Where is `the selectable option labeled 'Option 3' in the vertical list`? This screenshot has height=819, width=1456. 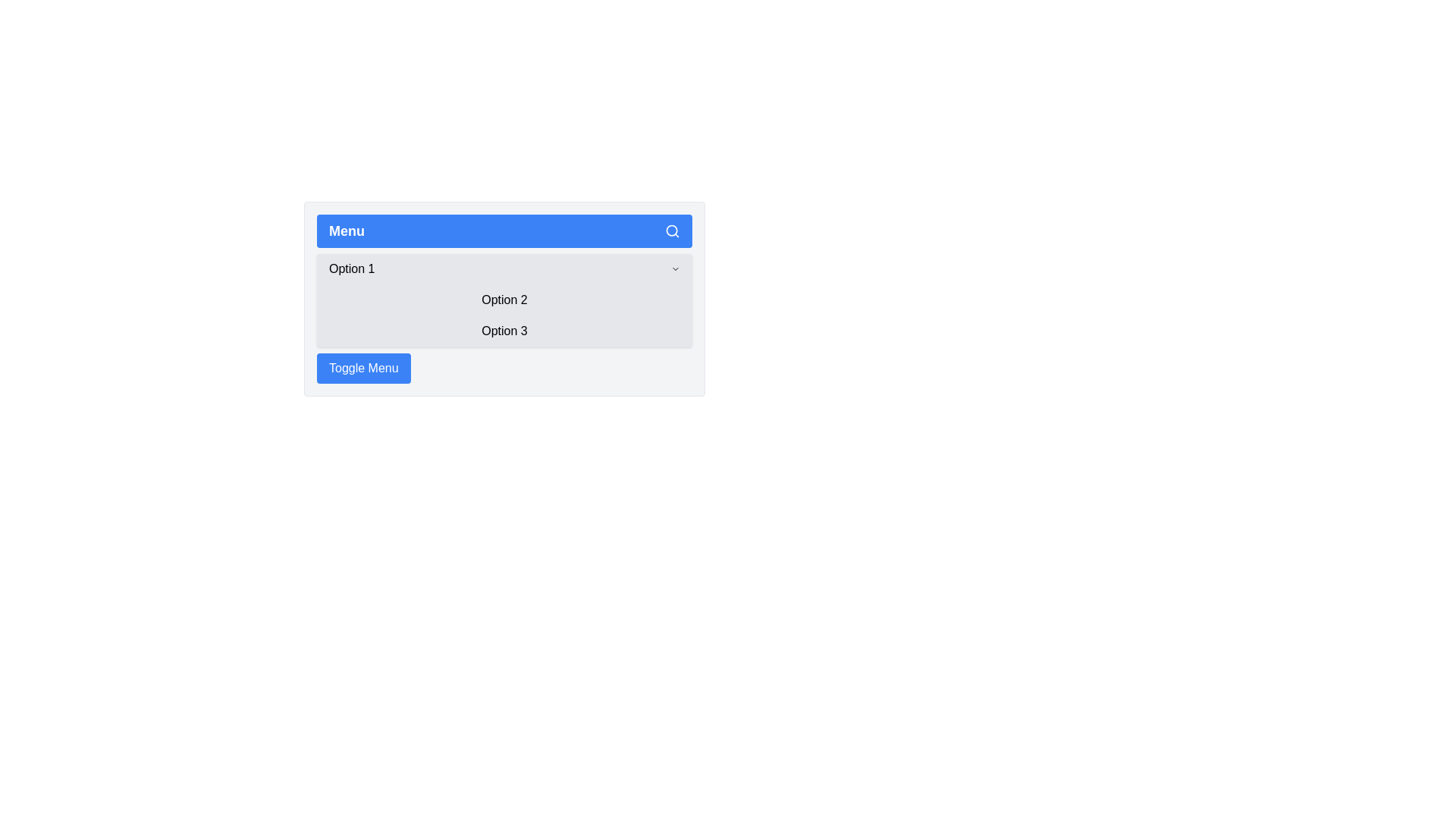 the selectable option labeled 'Option 3' in the vertical list is located at coordinates (504, 331).